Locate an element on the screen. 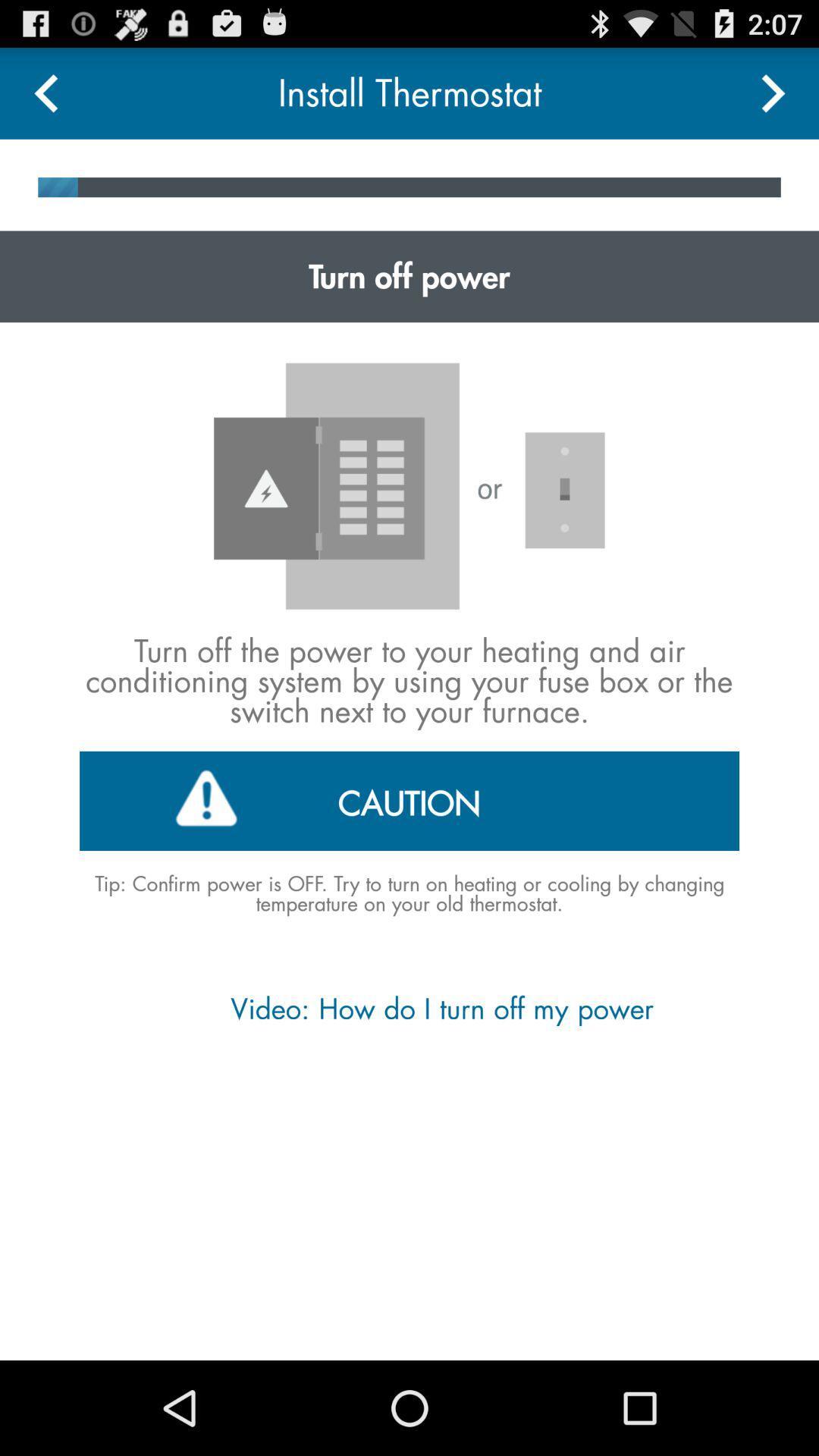  the app below tip confirm power item is located at coordinates (408, 1009).